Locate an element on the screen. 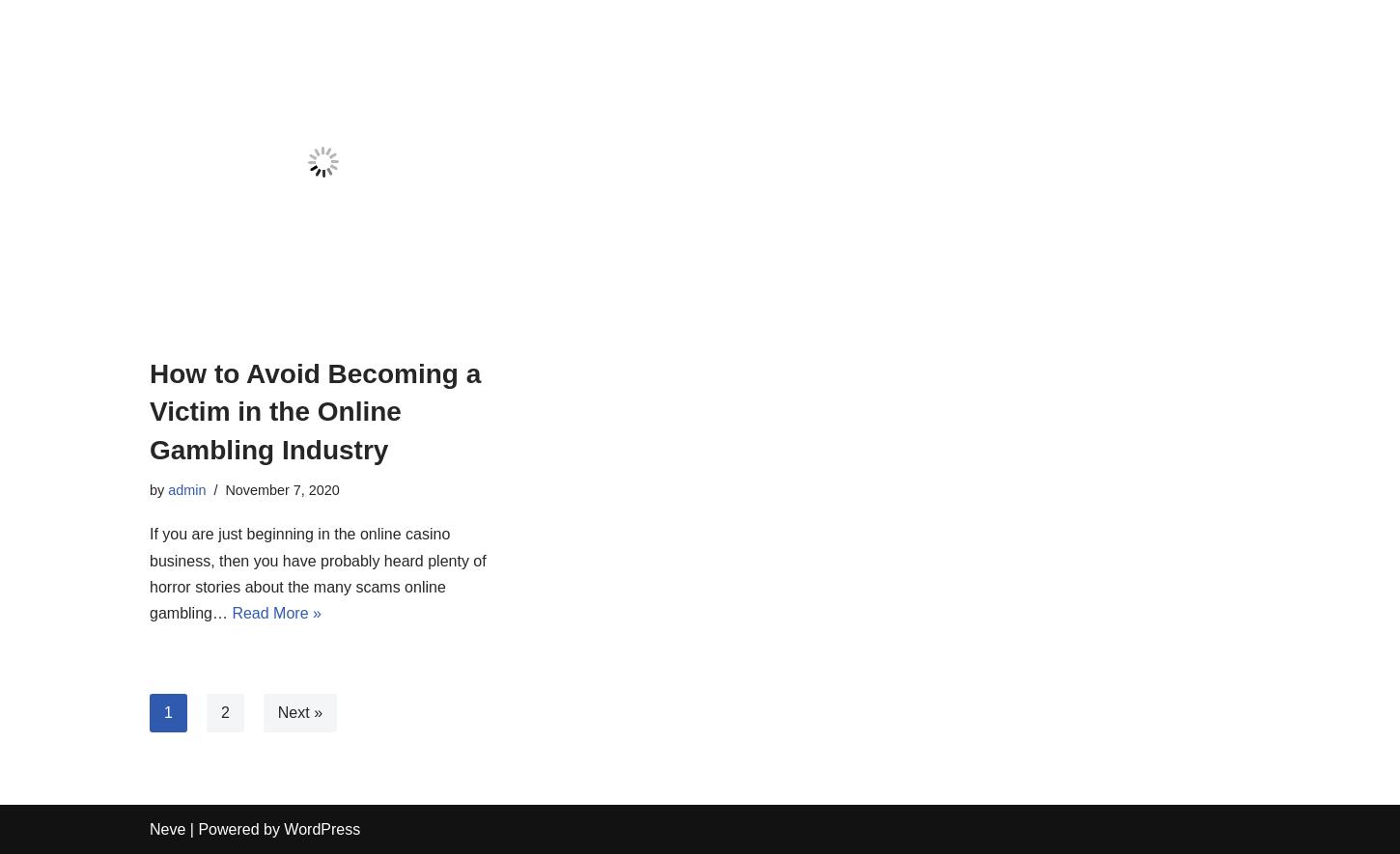 This screenshot has width=1400, height=854. 'Neve' is located at coordinates (166, 828).